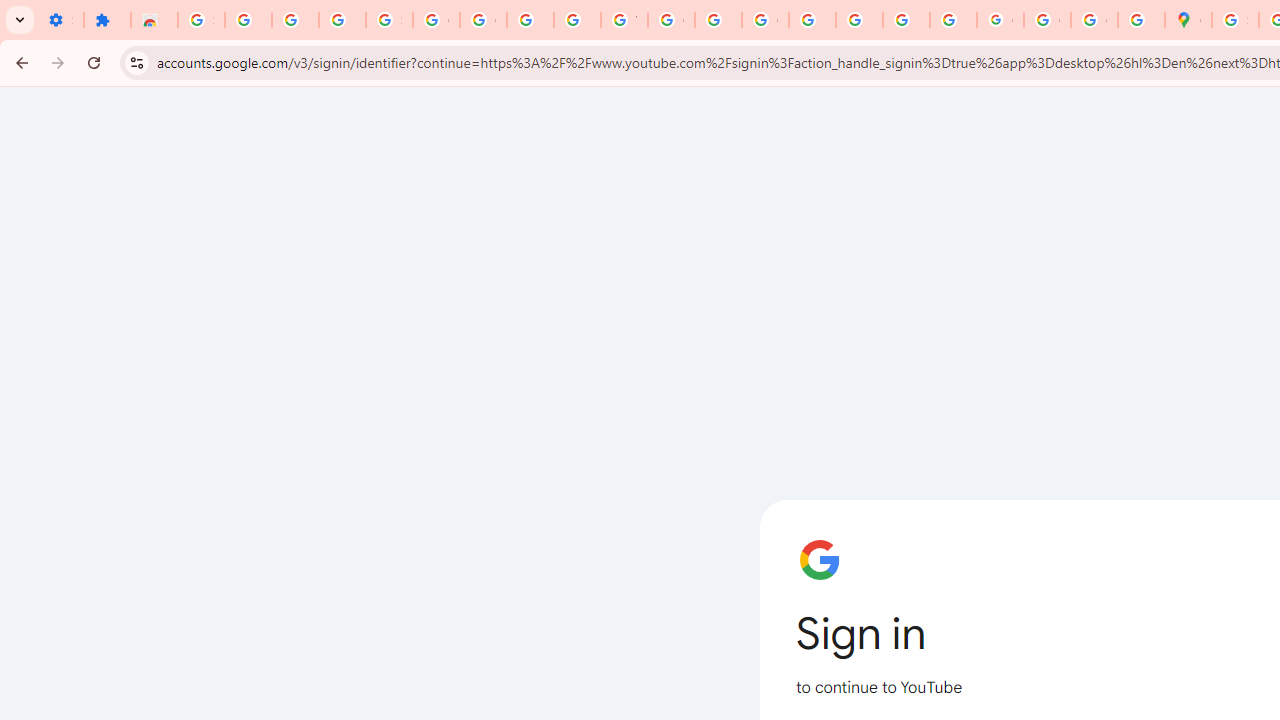  I want to click on 'Google Maps', so click(1188, 20).